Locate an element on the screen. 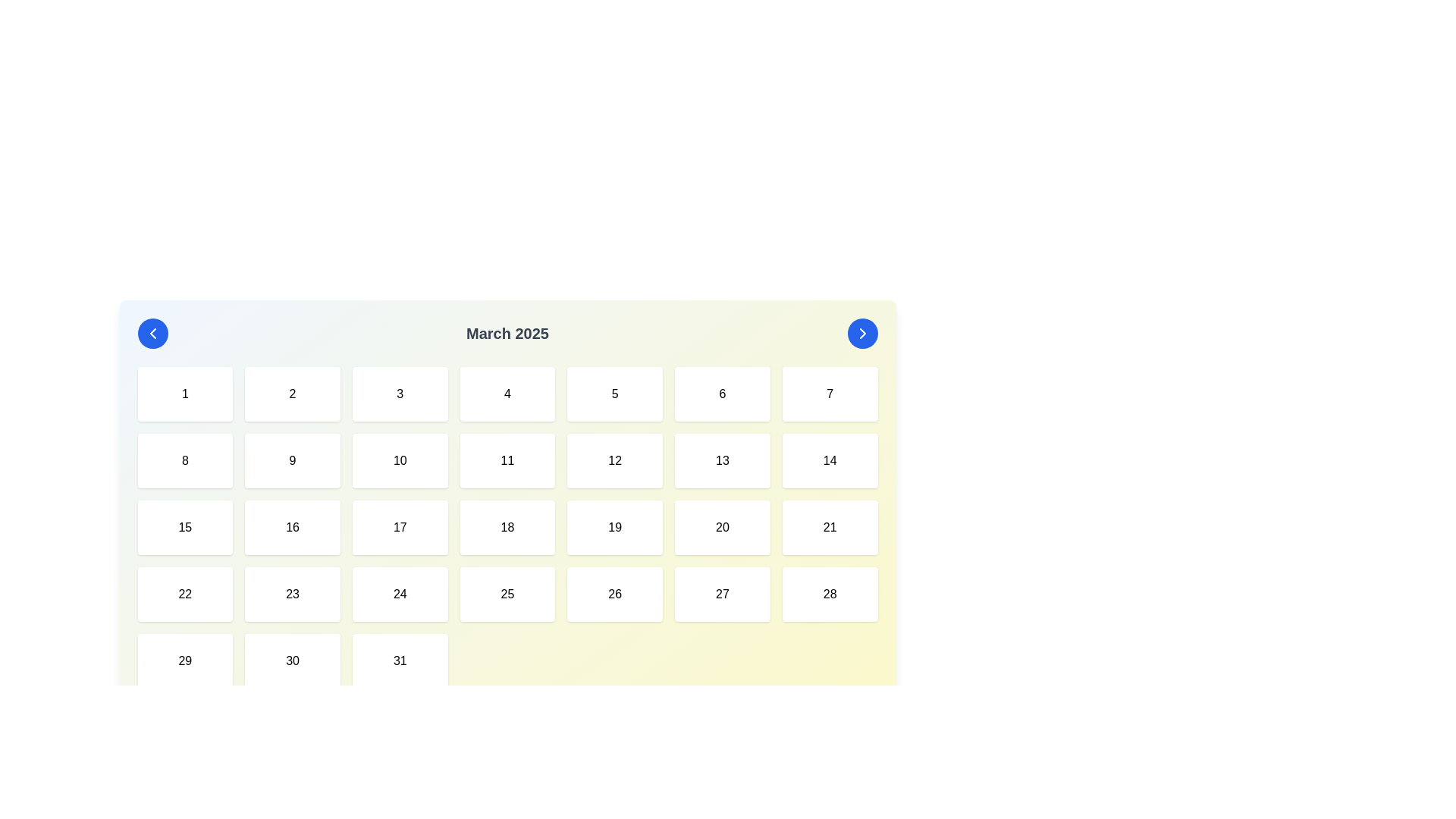 The width and height of the screenshot is (1456, 819). the Calendar Day Tile displaying the number '17' is located at coordinates (400, 526).